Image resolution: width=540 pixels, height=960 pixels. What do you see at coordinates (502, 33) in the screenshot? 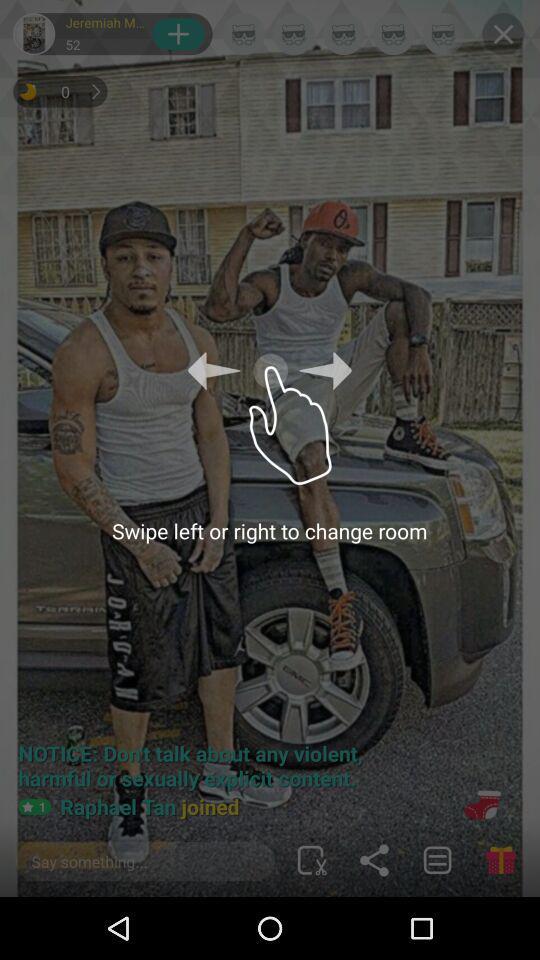
I see `the close icon` at bounding box center [502, 33].